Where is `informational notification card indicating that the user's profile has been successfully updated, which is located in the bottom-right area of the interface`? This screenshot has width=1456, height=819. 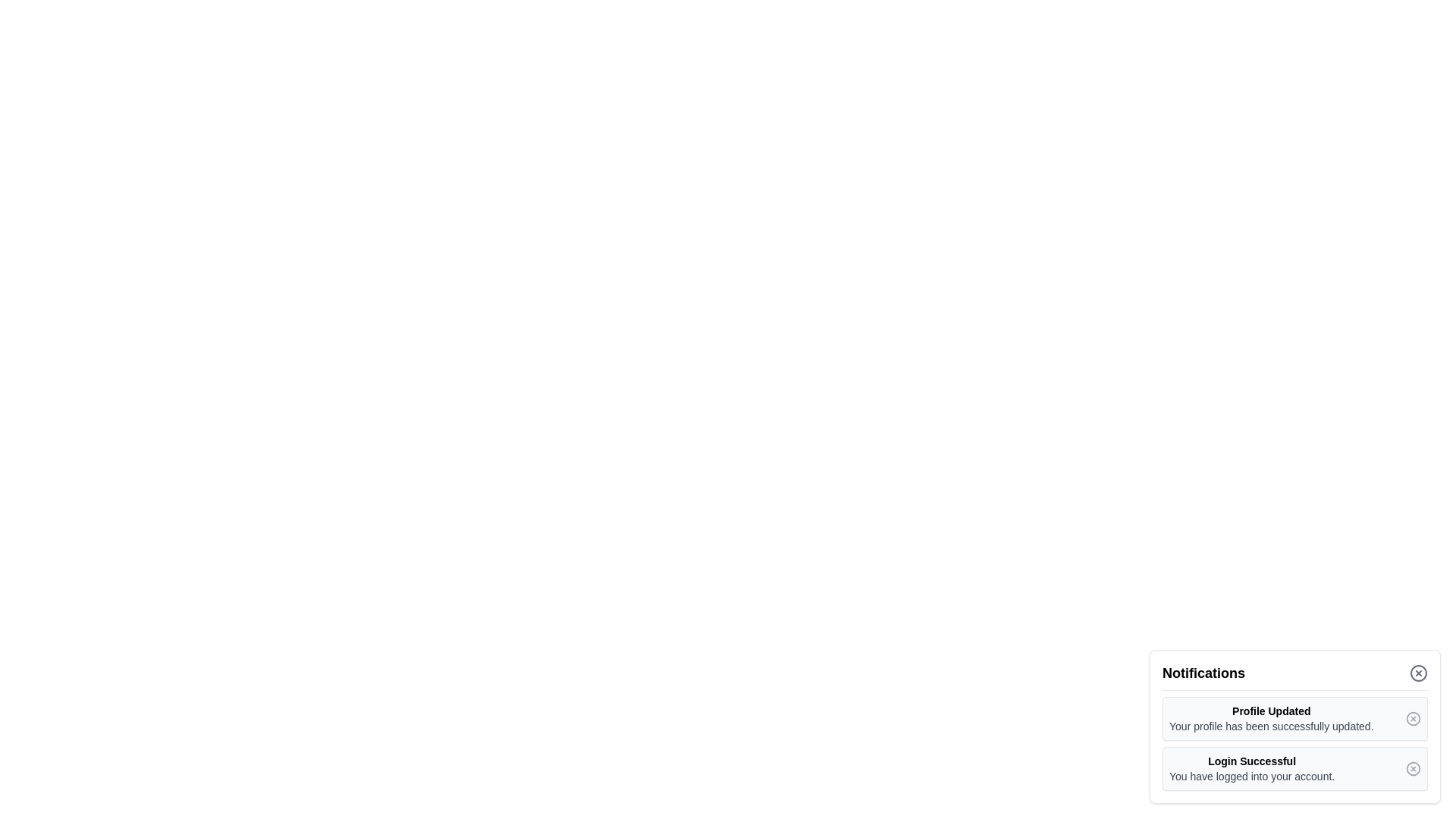 informational notification card indicating that the user's profile has been successfully updated, which is located in the bottom-right area of the interface is located at coordinates (1294, 718).